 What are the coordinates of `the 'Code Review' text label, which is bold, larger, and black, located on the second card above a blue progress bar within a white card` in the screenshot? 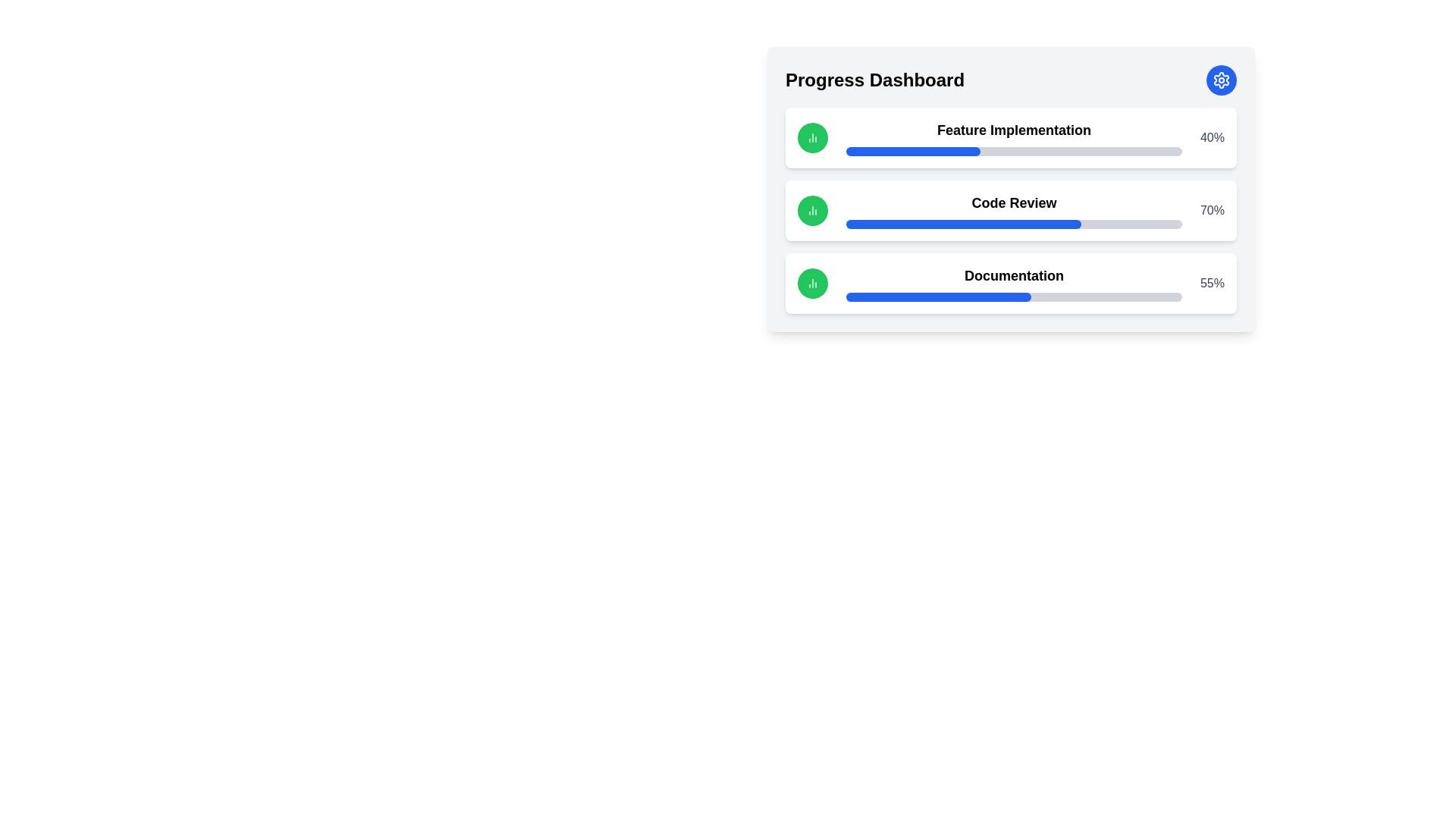 It's located at (1014, 202).